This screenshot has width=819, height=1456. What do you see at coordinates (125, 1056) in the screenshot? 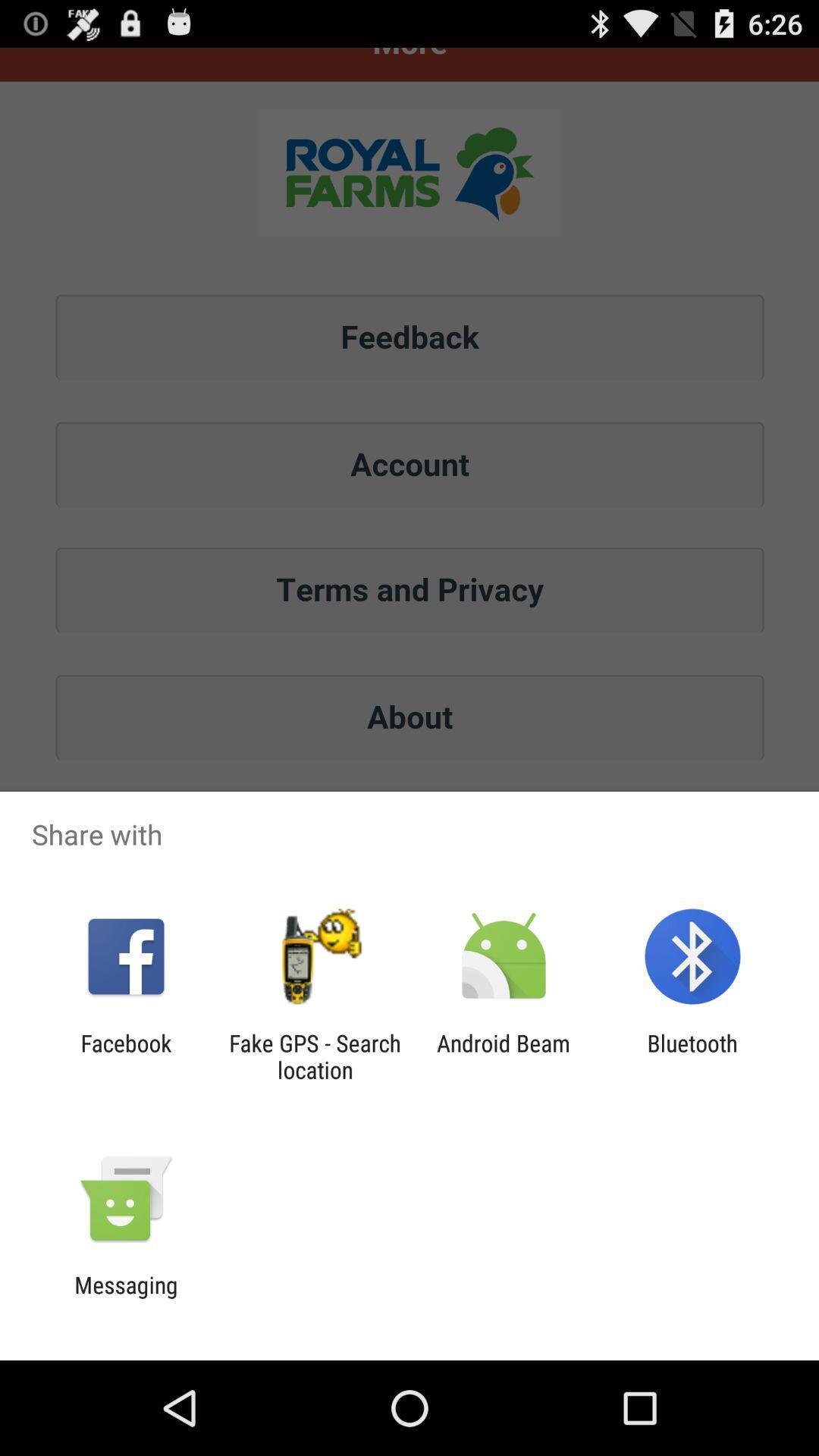
I see `icon to the left of the fake gps search icon` at bounding box center [125, 1056].